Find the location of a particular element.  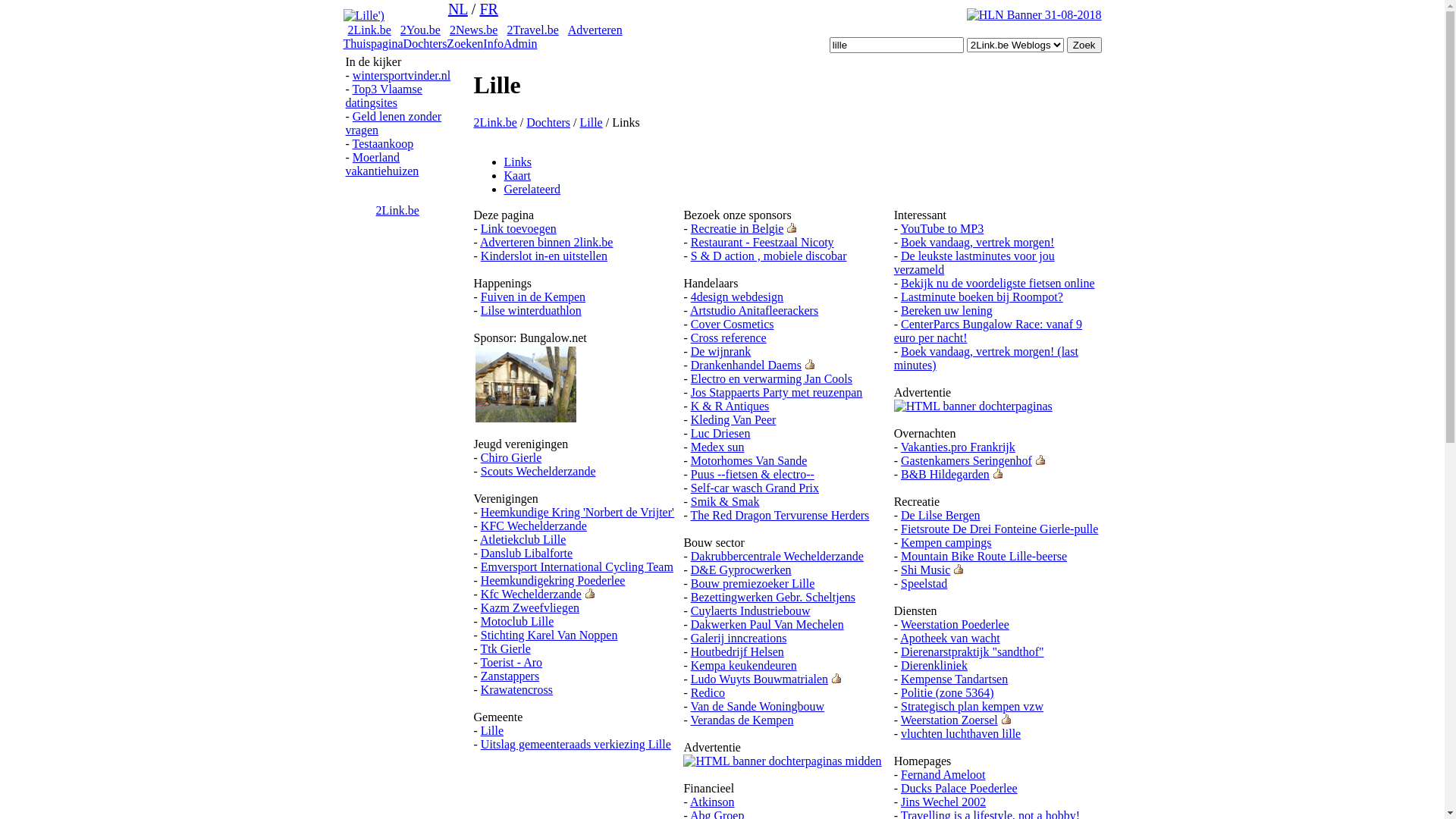

'Ducks Palace Poederlee' is located at coordinates (959, 787).